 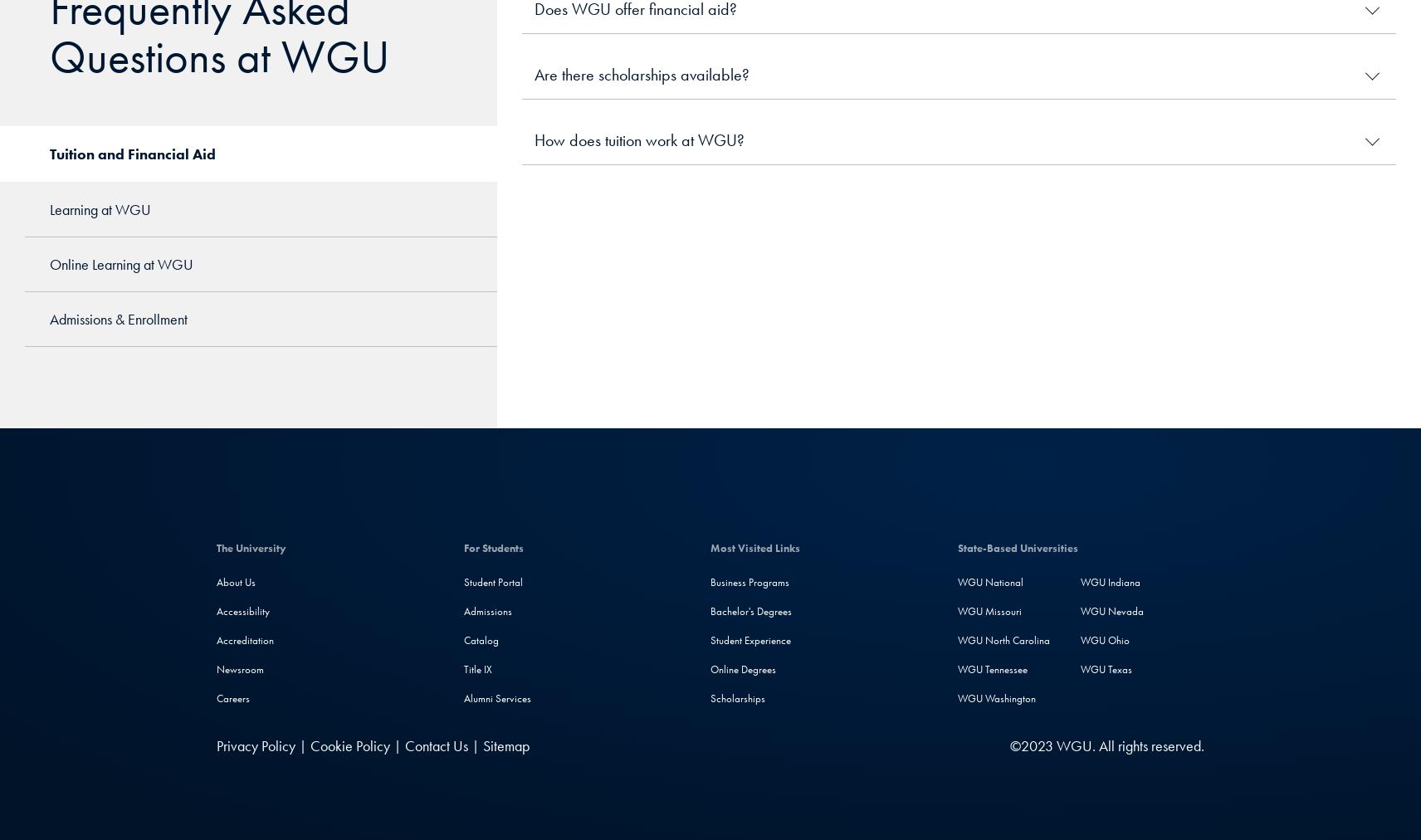 What do you see at coordinates (1079, 611) in the screenshot?
I see `'WGU Nevada'` at bounding box center [1079, 611].